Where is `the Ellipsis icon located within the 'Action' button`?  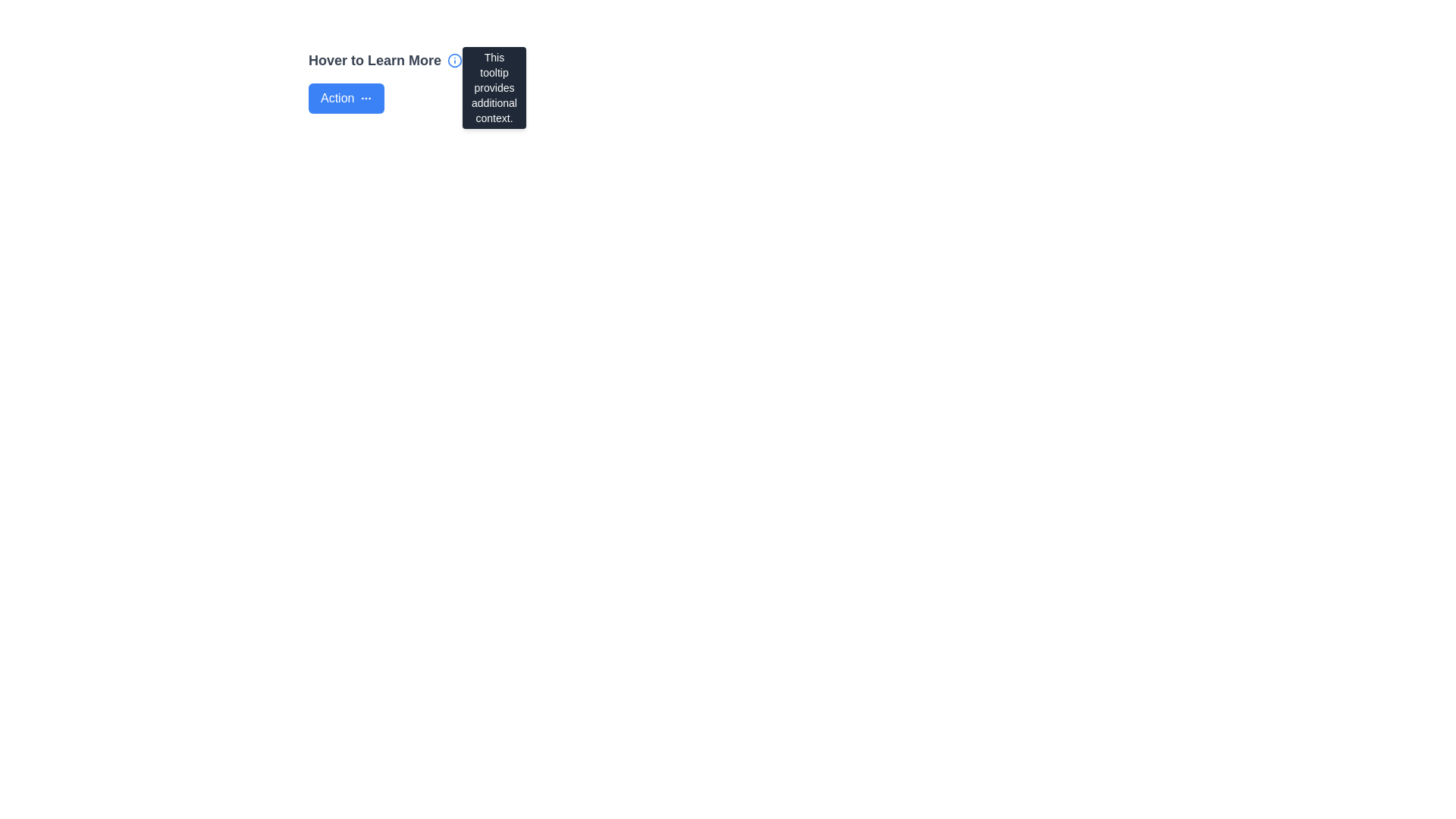 the Ellipsis icon located within the 'Action' button is located at coordinates (366, 99).